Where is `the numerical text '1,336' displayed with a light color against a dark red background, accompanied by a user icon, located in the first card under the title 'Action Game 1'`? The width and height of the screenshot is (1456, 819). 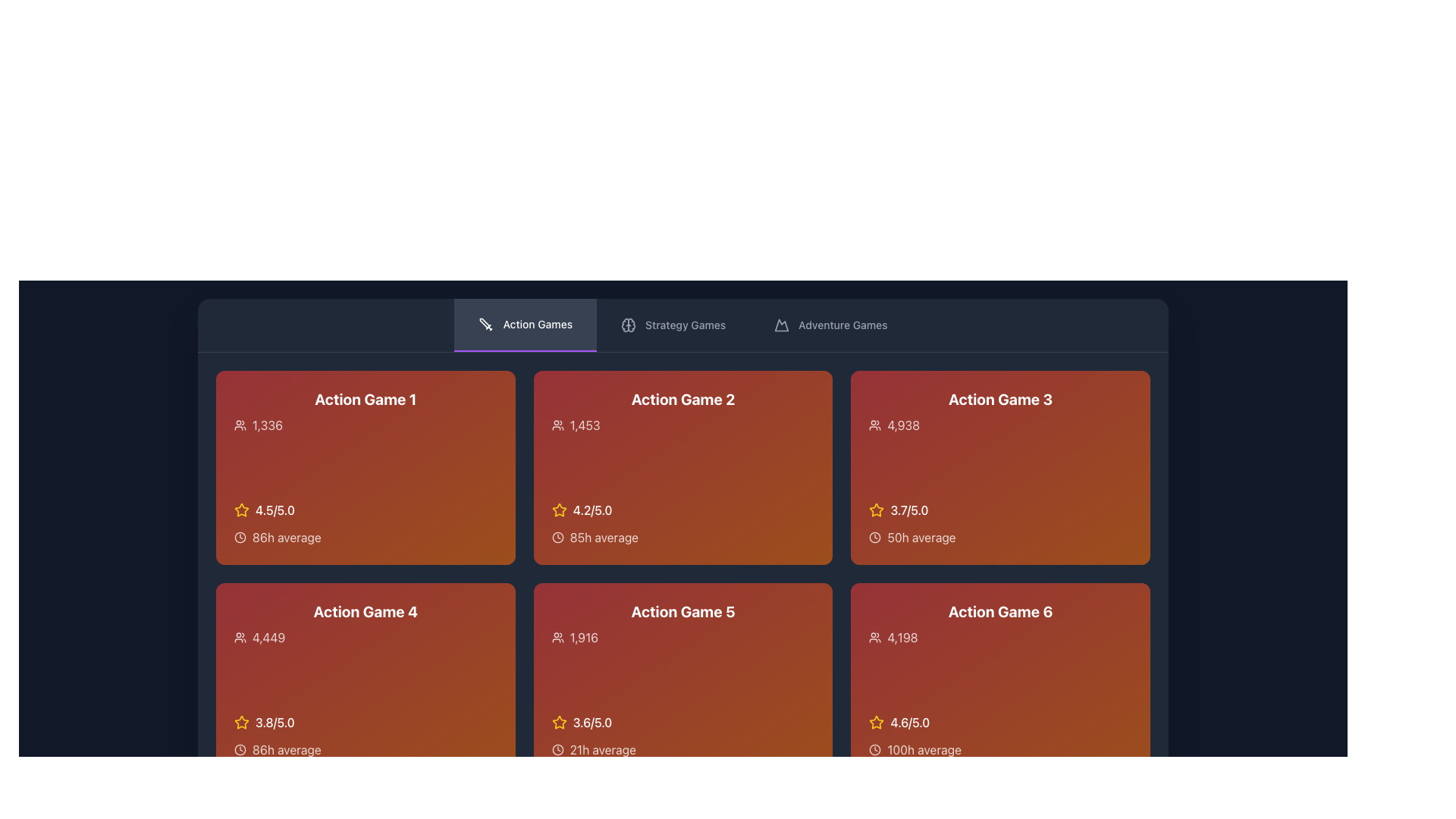 the numerical text '1,336' displayed with a light color against a dark red background, accompanied by a user icon, located in the first card under the title 'Action Game 1' is located at coordinates (366, 425).